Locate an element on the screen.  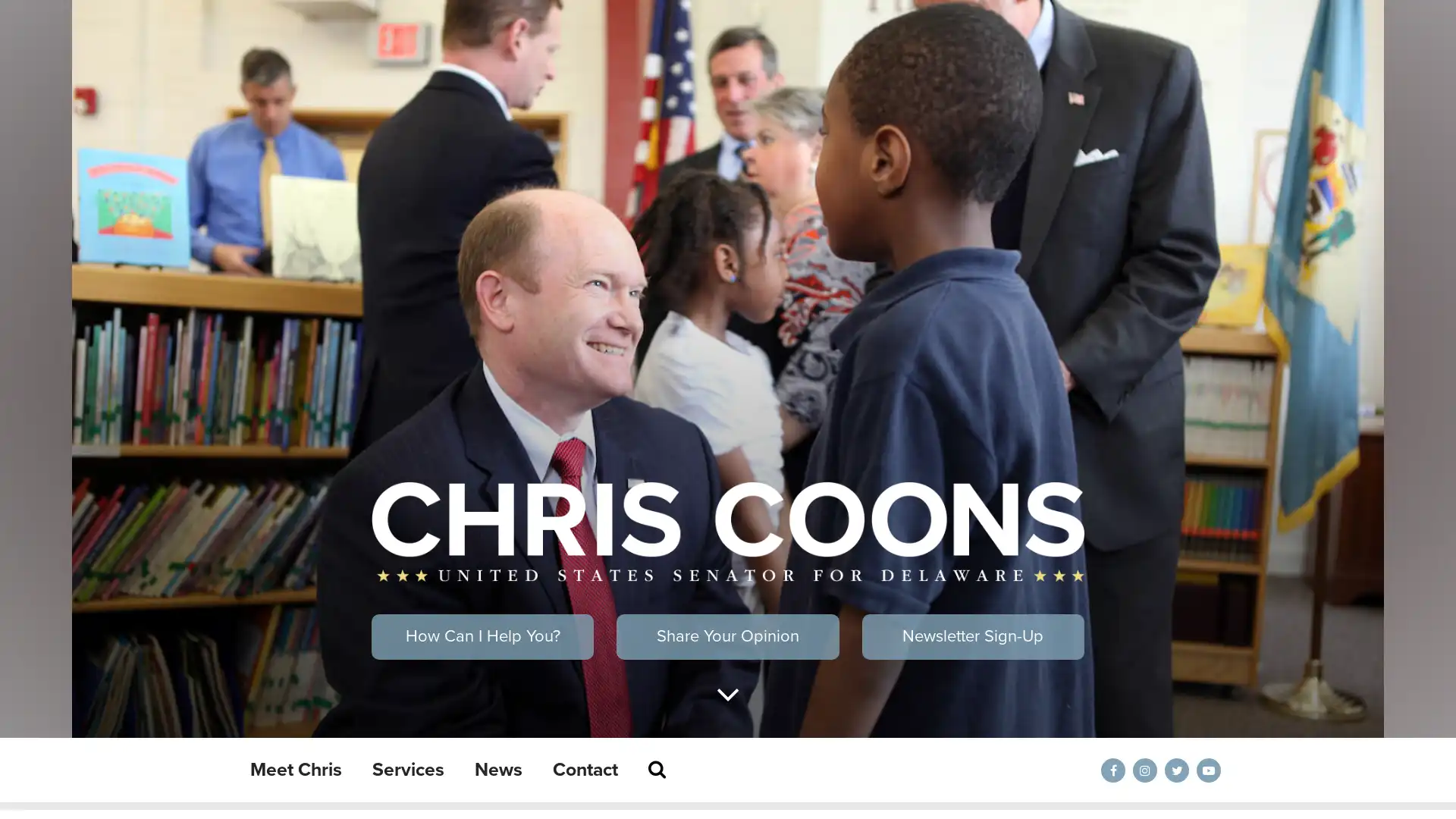
Scroll down is located at coordinates (728, 695).